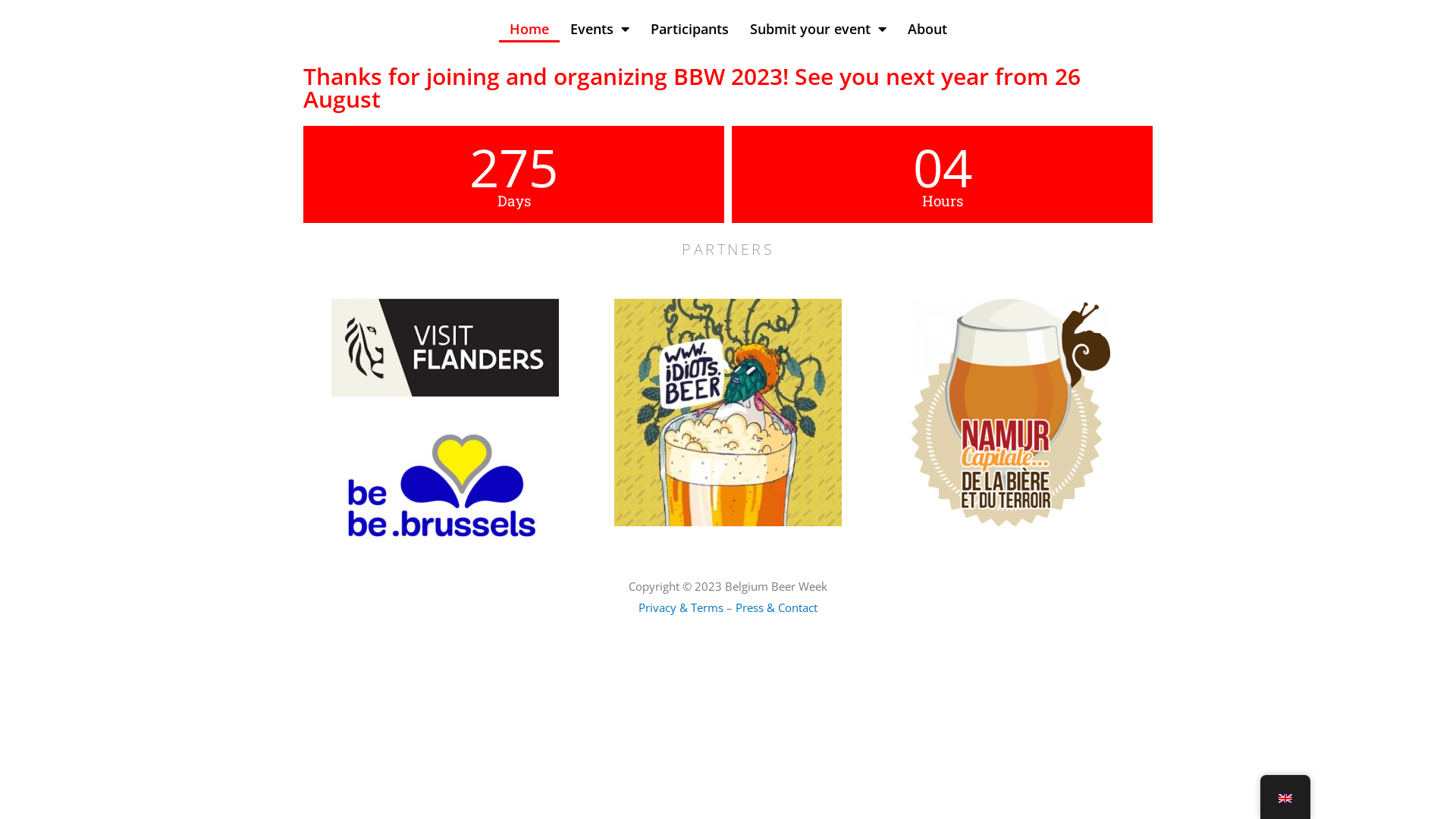 Image resolution: width=1456 pixels, height=819 pixels. I want to click on 'Privacy & Terms', so click(679, 607).